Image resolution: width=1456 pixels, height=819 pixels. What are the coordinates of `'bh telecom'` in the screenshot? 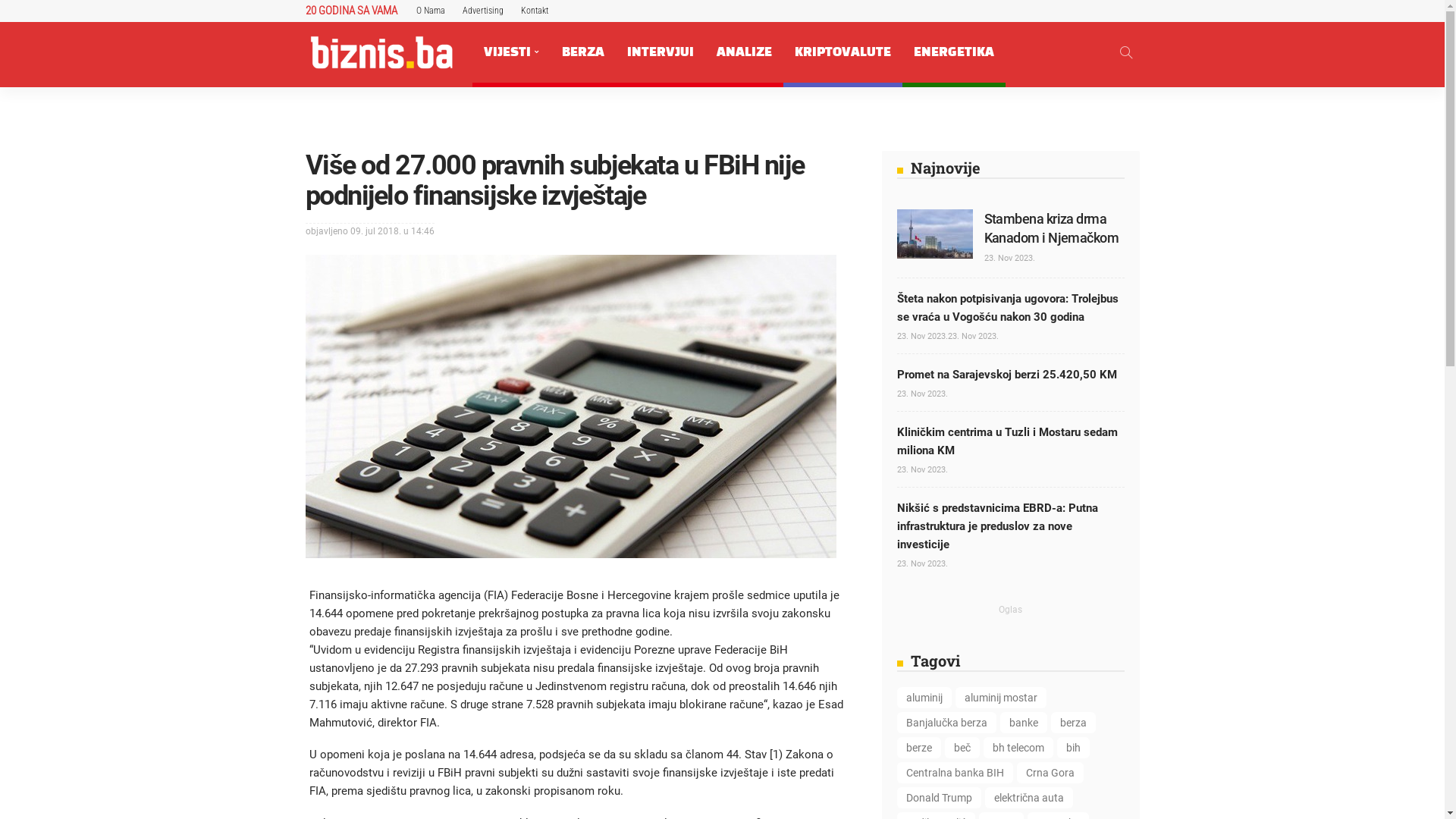 It's located at (1018, 747).